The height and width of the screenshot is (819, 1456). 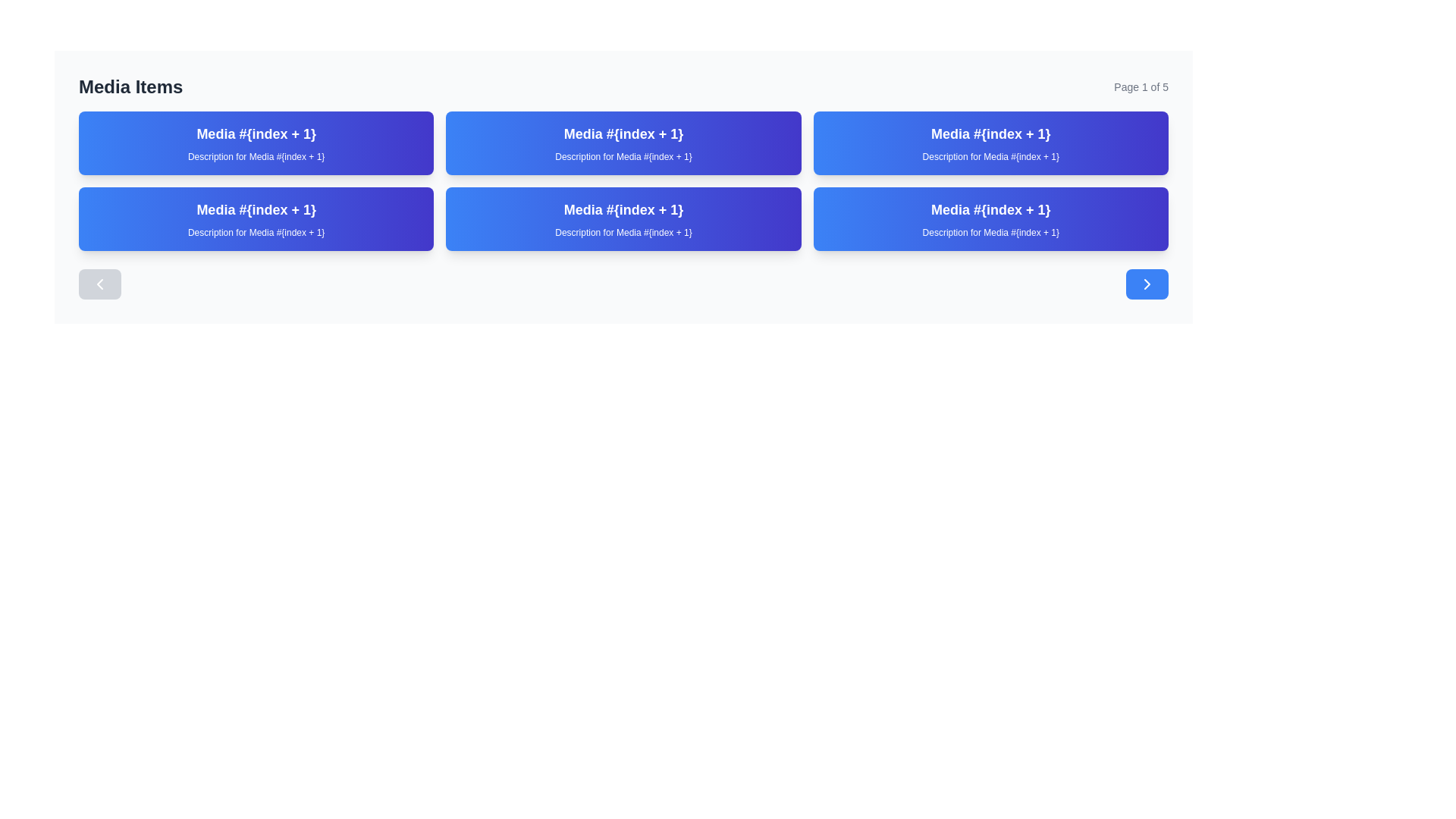 I want to click on the static text label that serves as the title or identifier of the media item, located in the second row, first column of the grid, so click(x=256, y=210).